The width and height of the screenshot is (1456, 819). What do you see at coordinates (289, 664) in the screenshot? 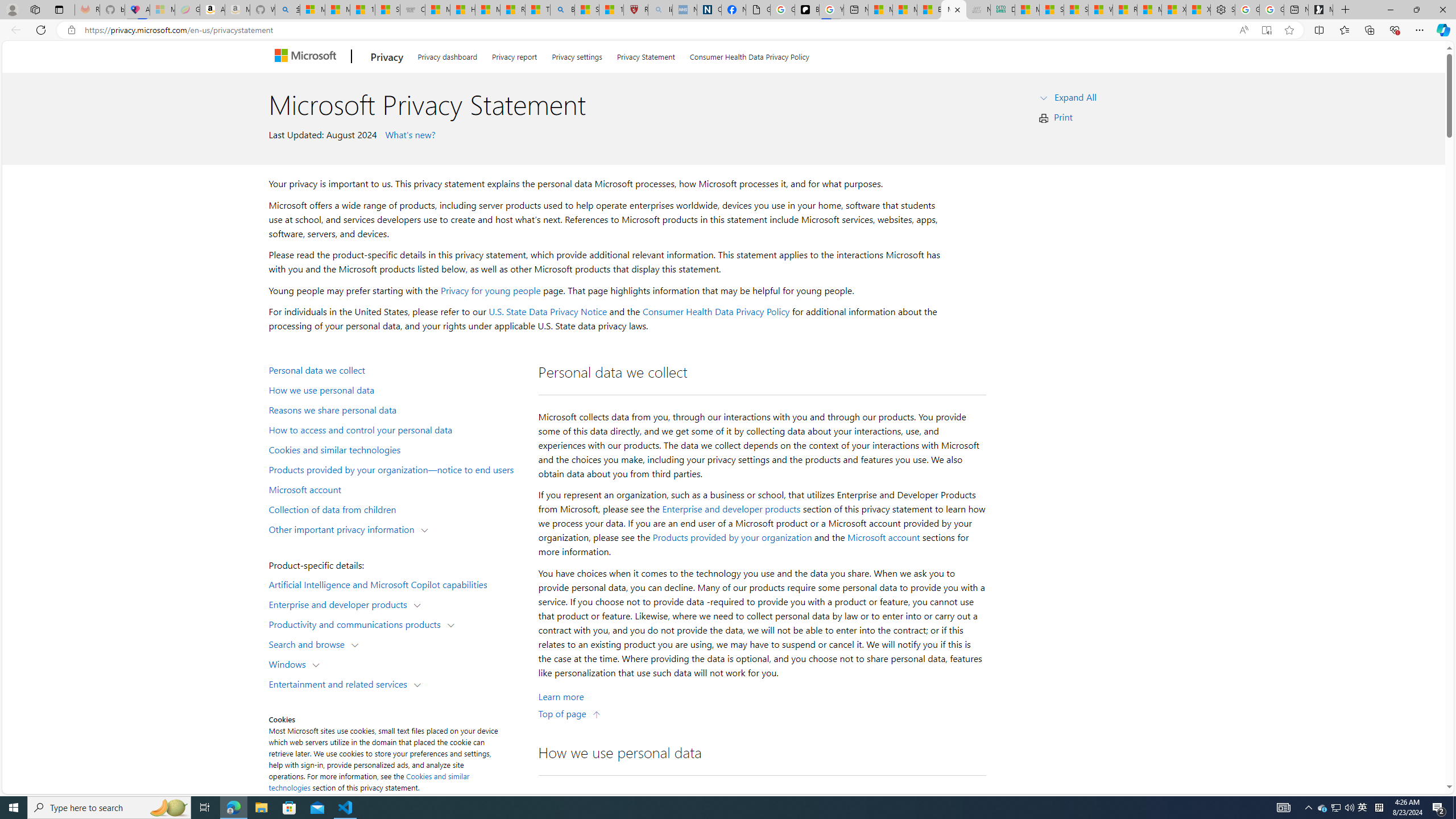
I see `'Windows'` at bounding box center [289, 664].